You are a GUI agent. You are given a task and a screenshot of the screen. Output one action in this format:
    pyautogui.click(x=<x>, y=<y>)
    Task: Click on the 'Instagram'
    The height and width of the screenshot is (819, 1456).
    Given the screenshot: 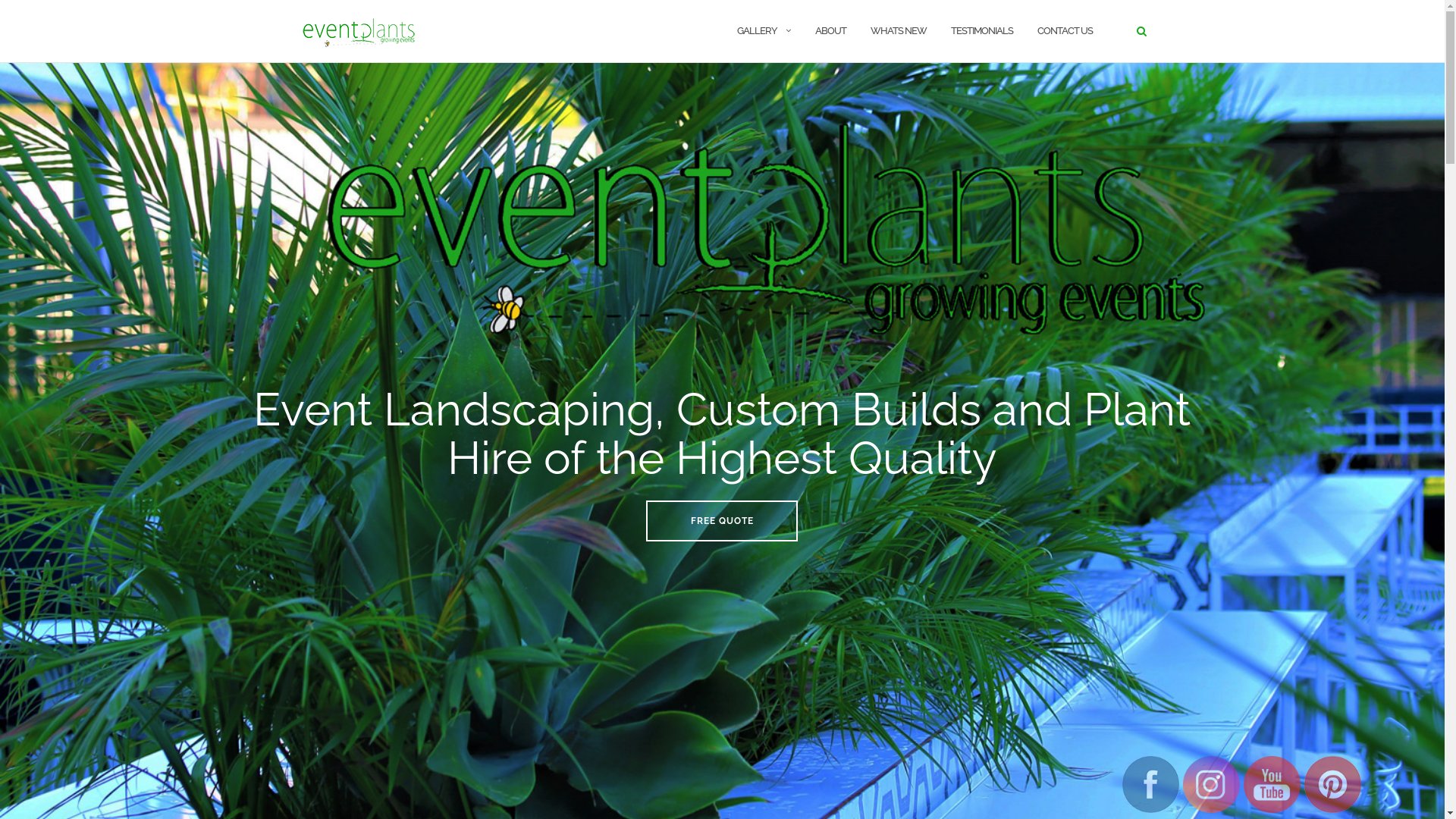 What is the action you would take?
    pyautogui.click(x=1210, y=784)
    